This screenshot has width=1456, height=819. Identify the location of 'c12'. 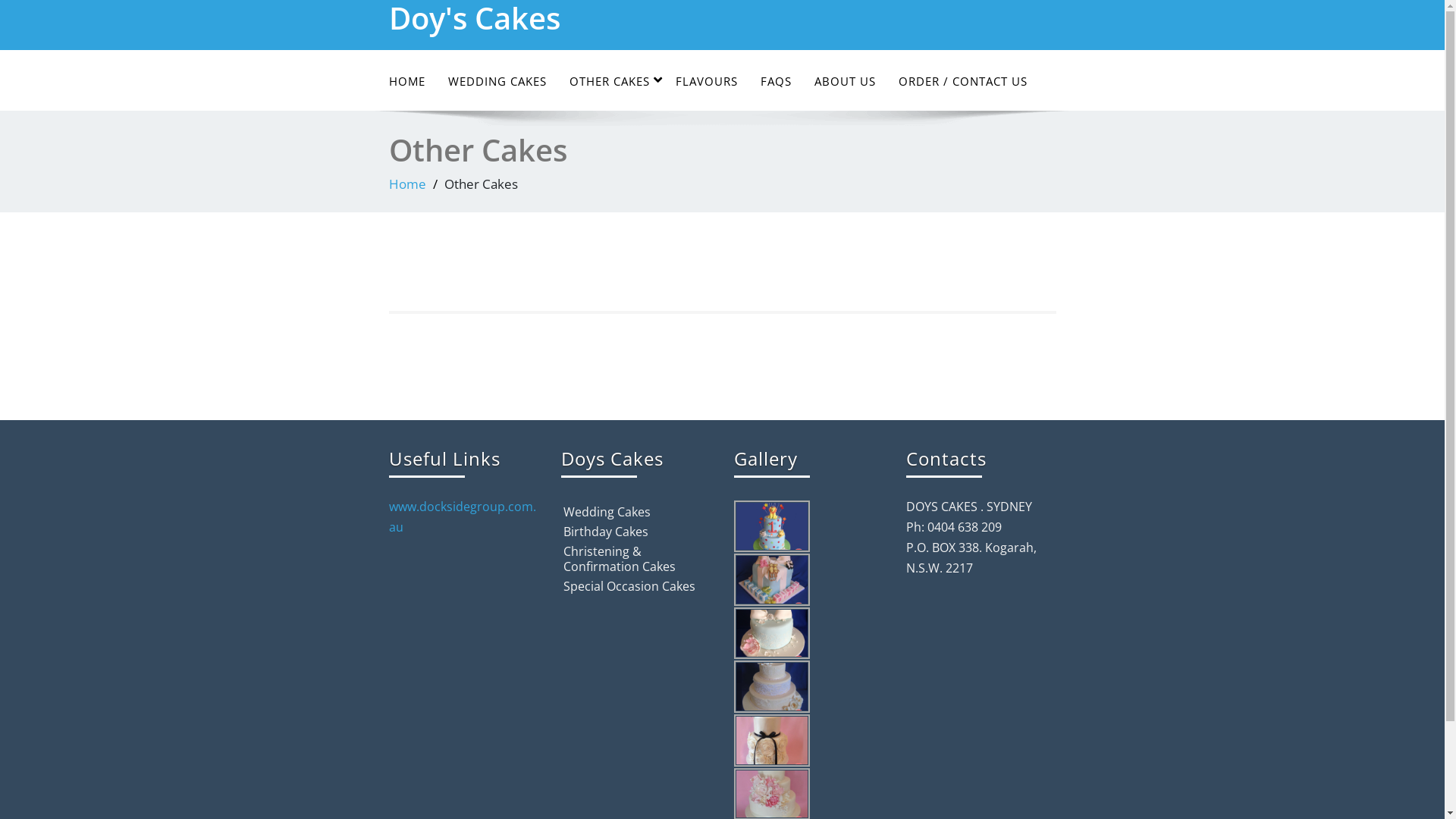
(734, 579).